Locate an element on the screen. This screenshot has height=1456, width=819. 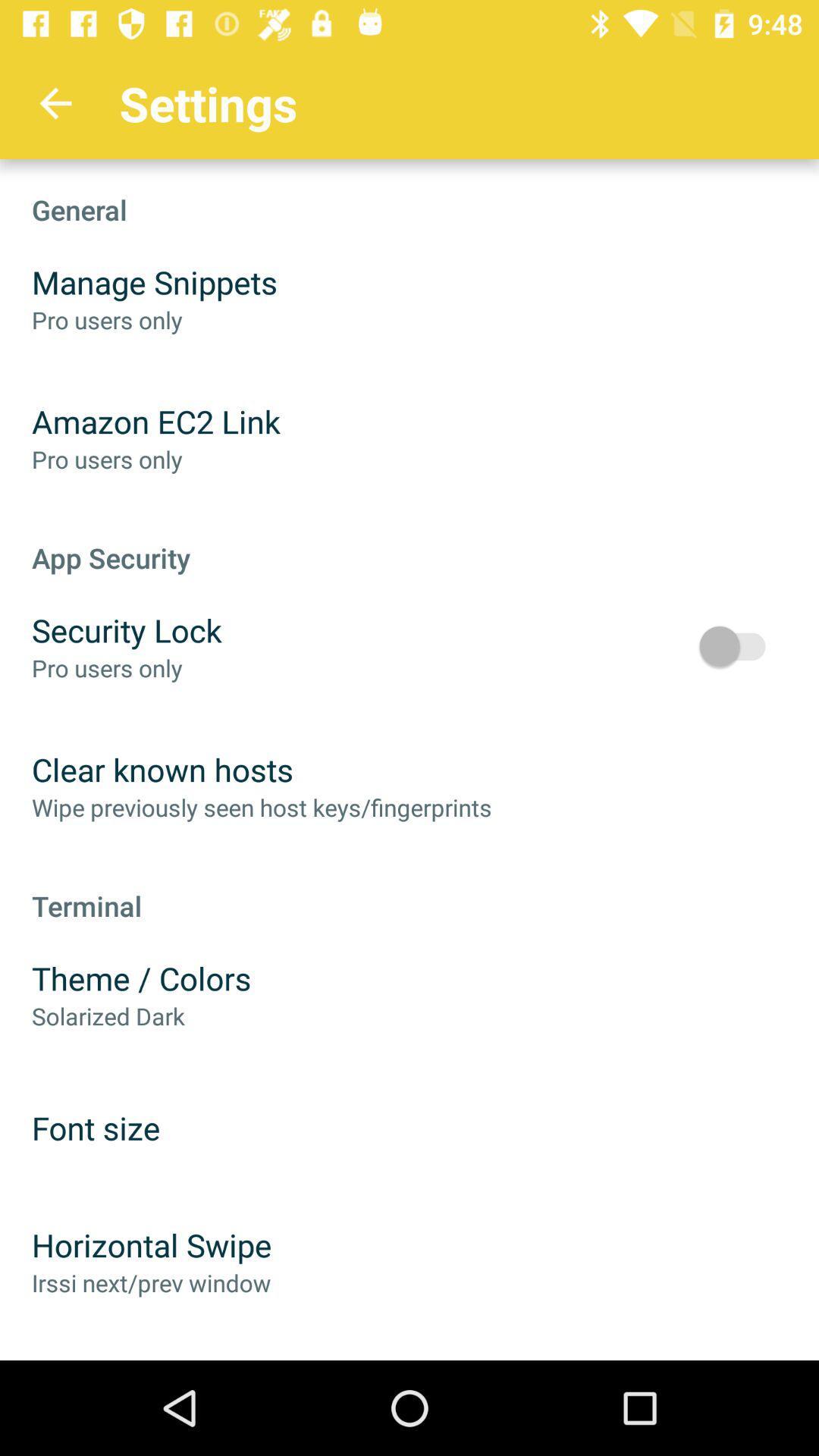
the icon above the pro users only icon is located at coordinates (155, 421).